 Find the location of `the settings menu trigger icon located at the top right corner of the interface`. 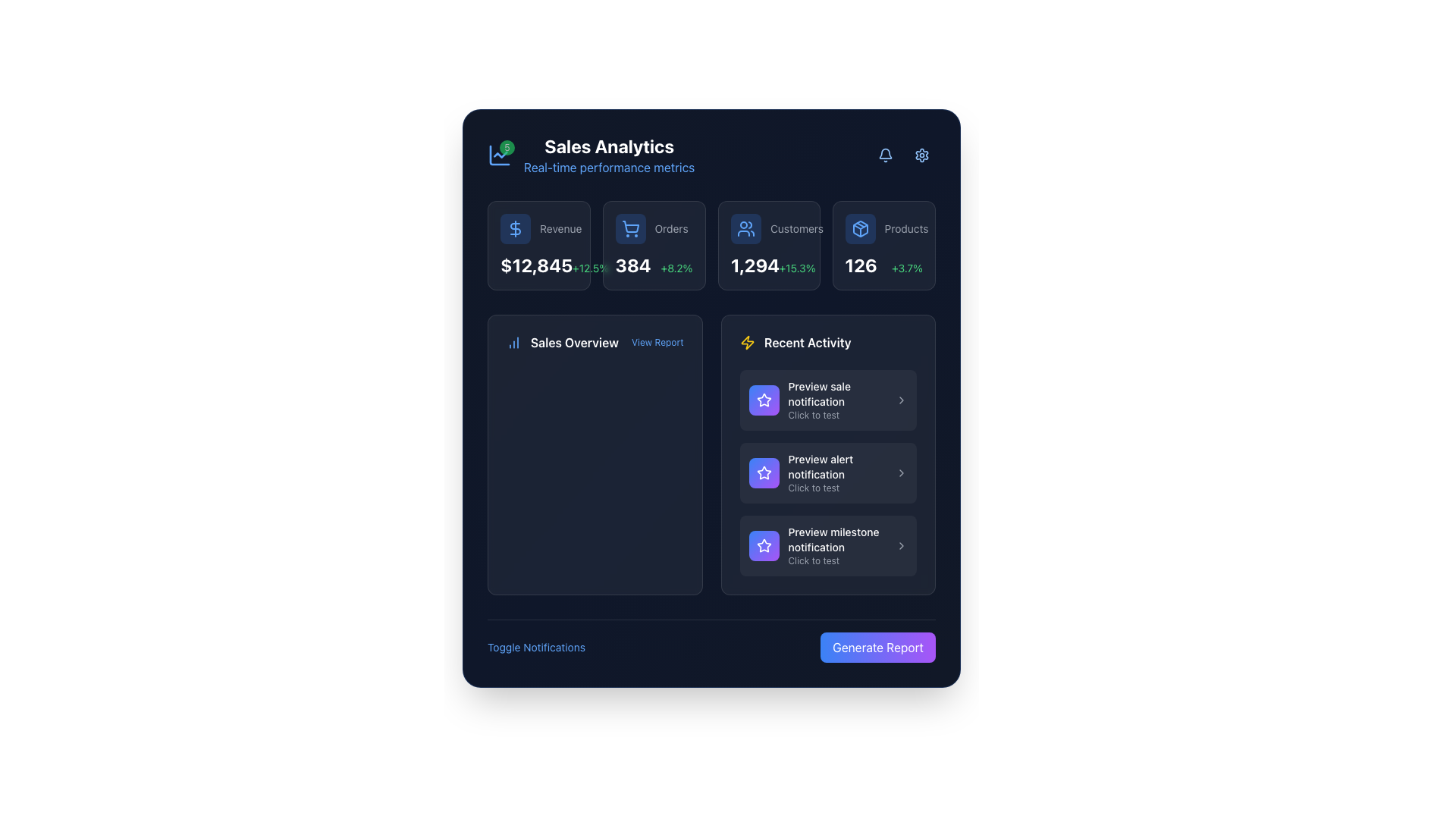

the settings menu trigger icon located at the top right corner of the interface is located at coordinates (921, 155).